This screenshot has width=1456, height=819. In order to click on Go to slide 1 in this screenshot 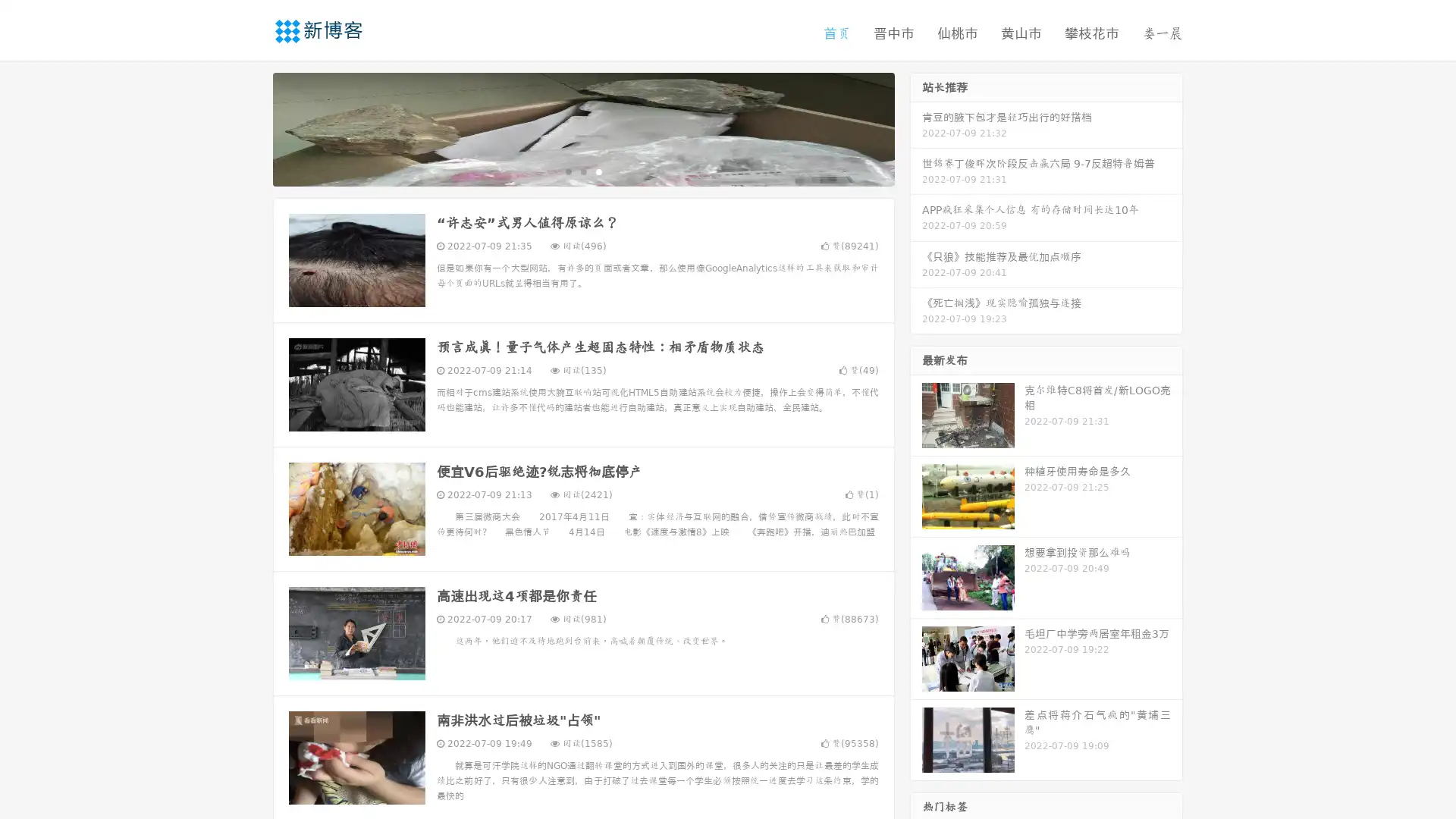, I will do `click(567, 171)`.